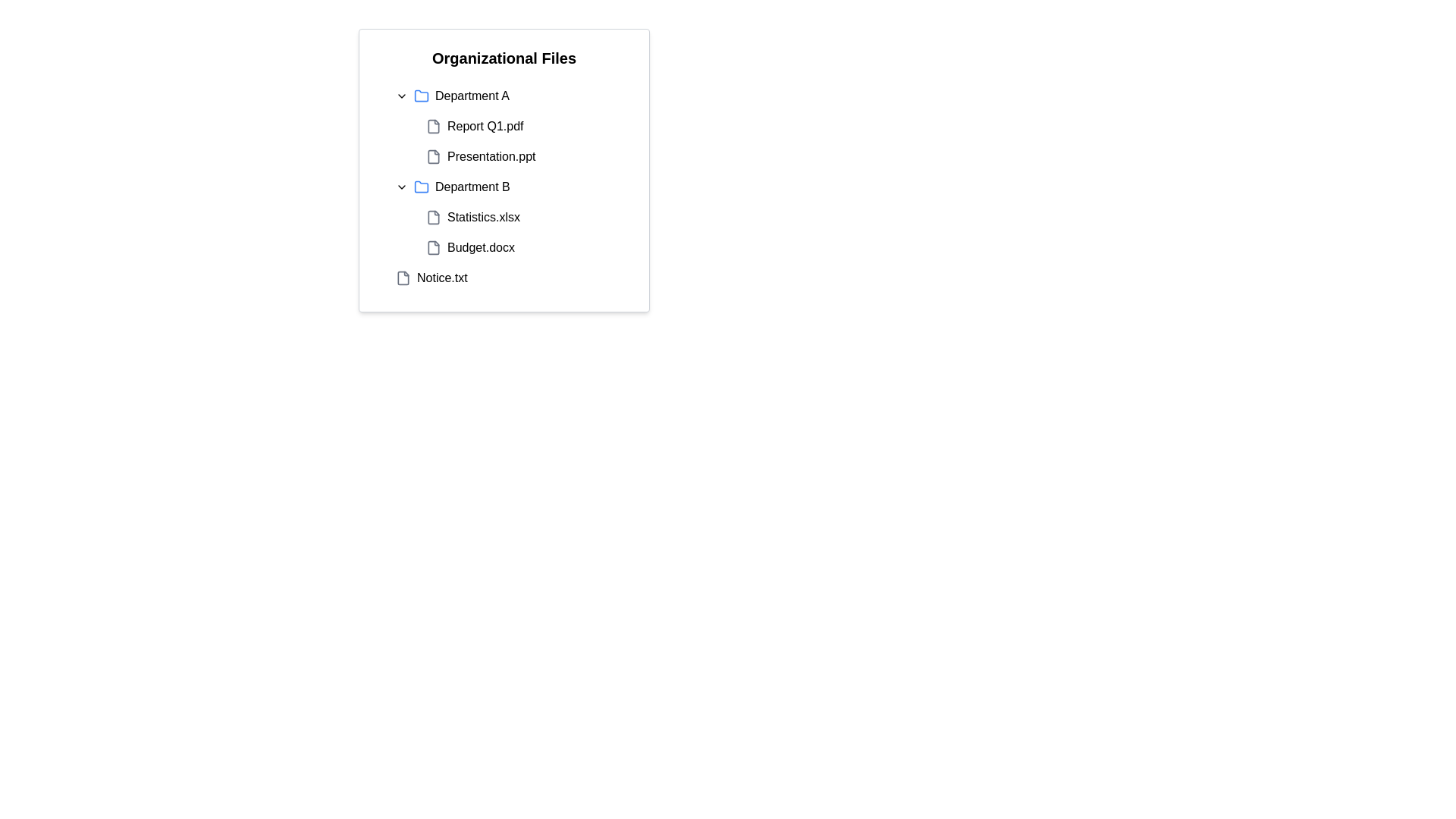  Describe the element at coordinates (432, 125) in the screenshot. I see `the document file icon, which is a rectangular shape with a folded top-right corner, located next to the text label 'Report Q1.pdf' in the 'Department A' section of the collapsible list interface` at that location.